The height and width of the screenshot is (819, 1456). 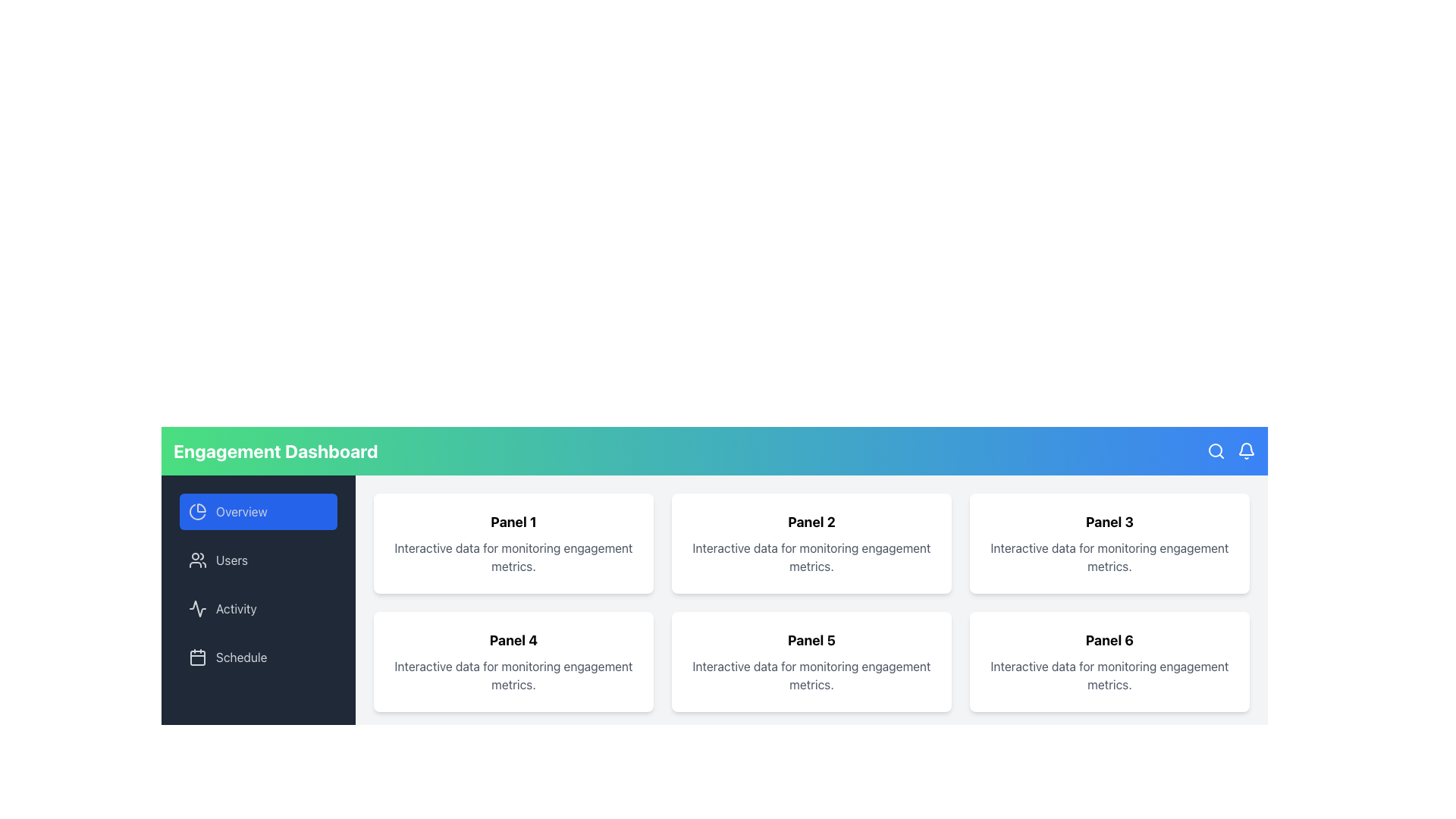 What do you see at coordinates (1216, 450) in the screenshot?
I see `the search icon, represented by a minimalist magnifying glass, located at the top-right corner of the interface` at bounding box center [1216, 450].